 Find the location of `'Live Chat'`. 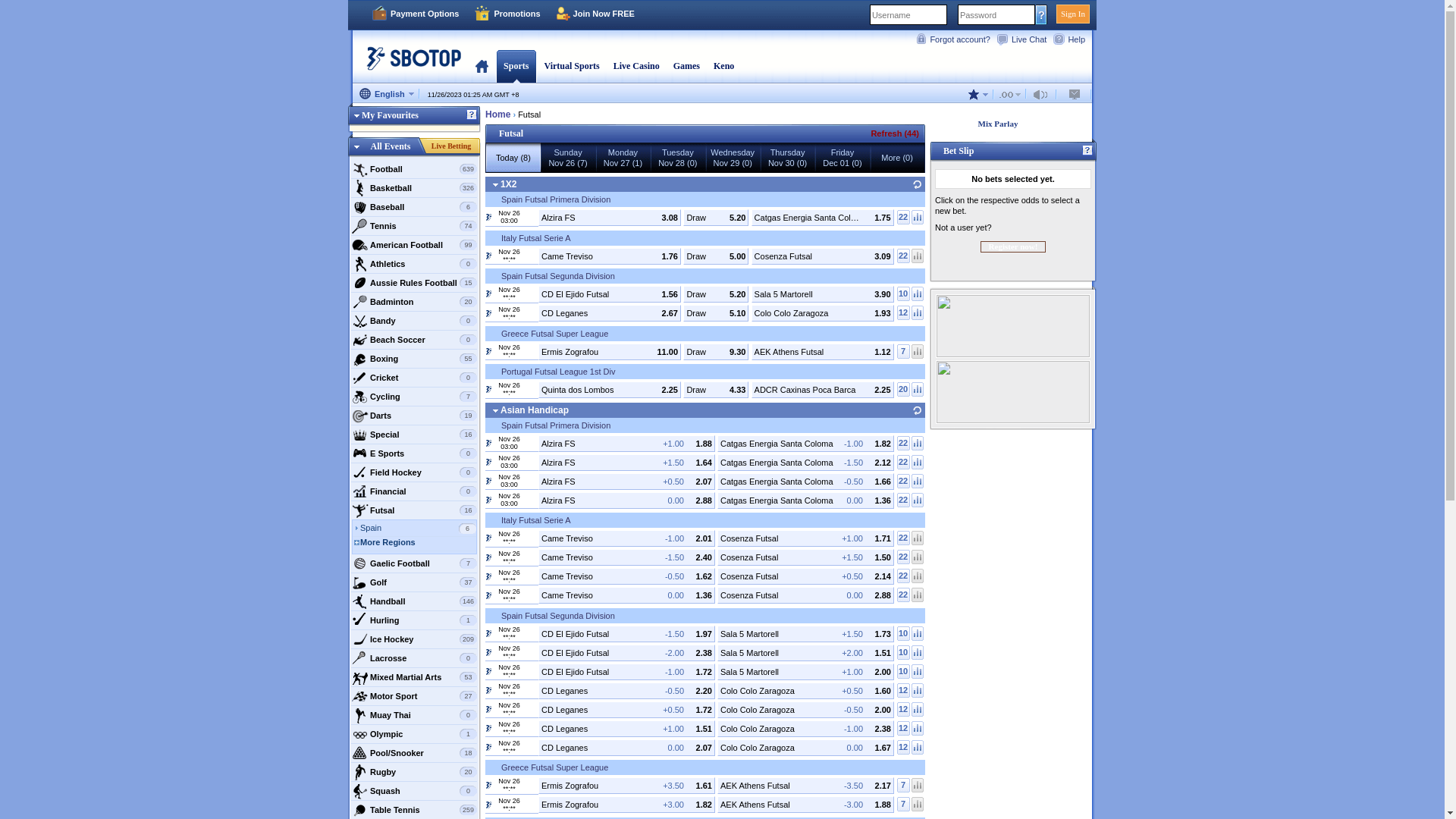

'Live Chat' is located at coordinates (1024, 38).